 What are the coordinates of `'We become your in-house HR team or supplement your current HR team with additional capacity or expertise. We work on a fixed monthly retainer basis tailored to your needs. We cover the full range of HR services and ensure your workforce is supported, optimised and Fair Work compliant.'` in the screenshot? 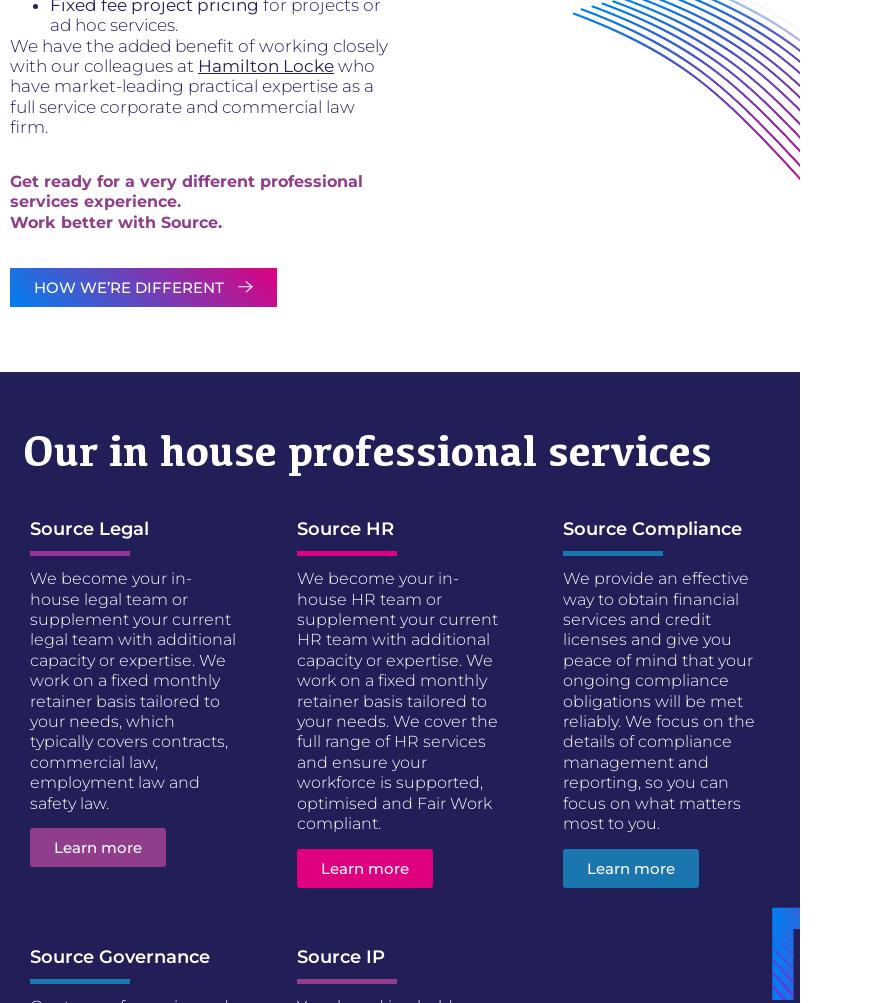 It's located at (396, 700).